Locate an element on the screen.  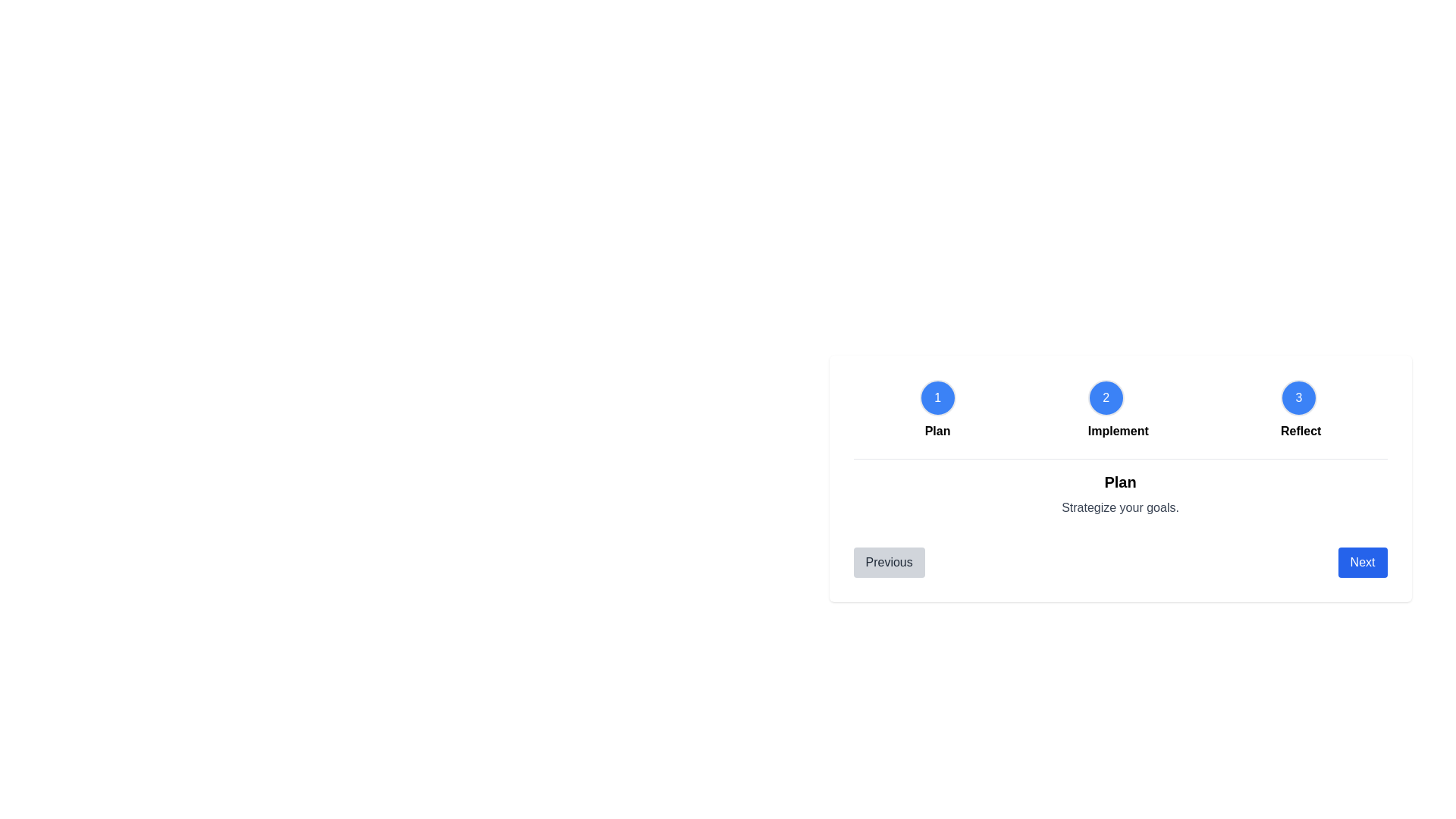
the step circle corresponding to 2 is located at coordinates (1106, 397).